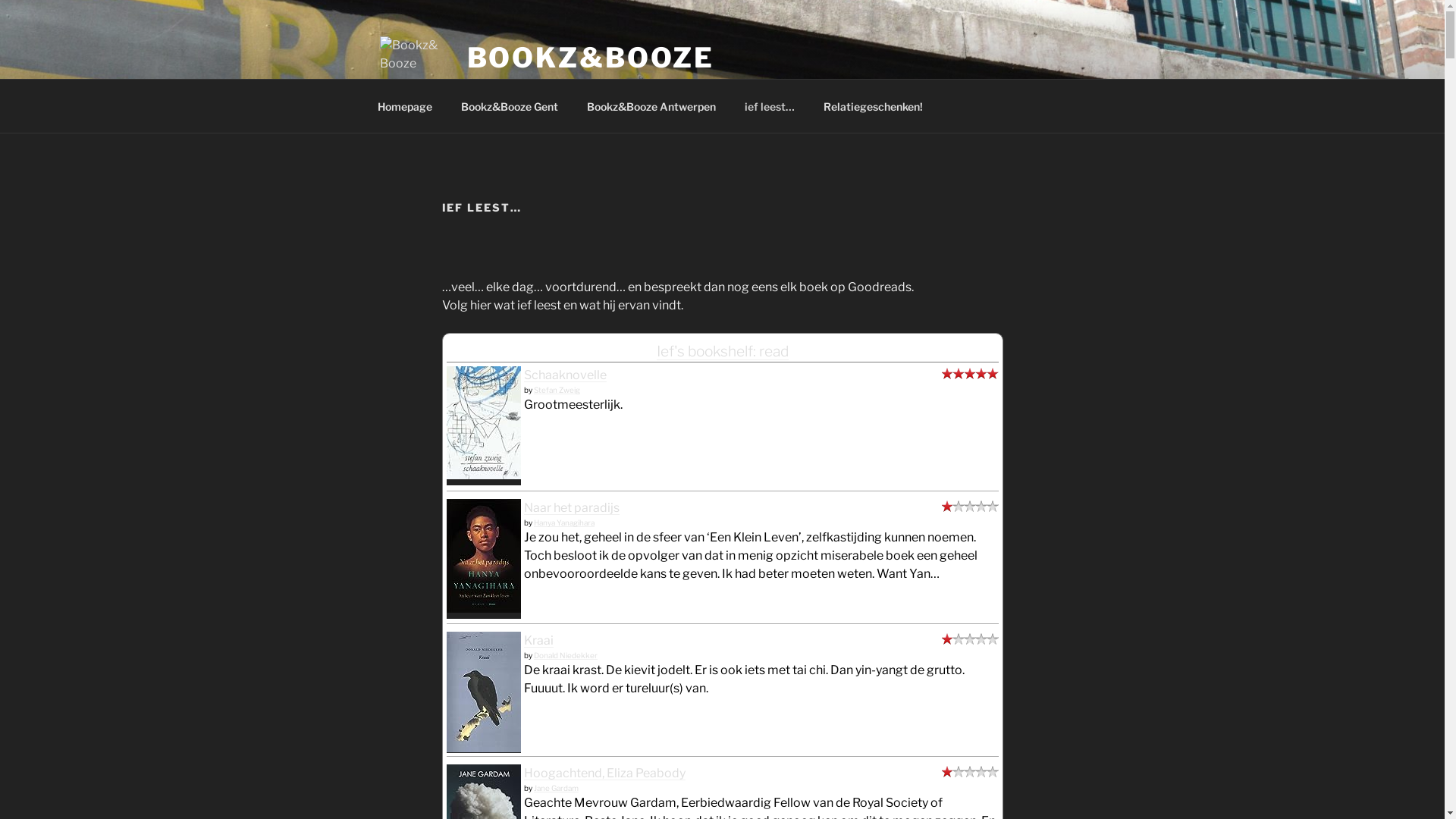 The height and width of the screenshot is (819, 1456). What do you see at coordinates (969, 773) in the screenshot?
I see `'did not like it'` at bounding box center [969, 773].